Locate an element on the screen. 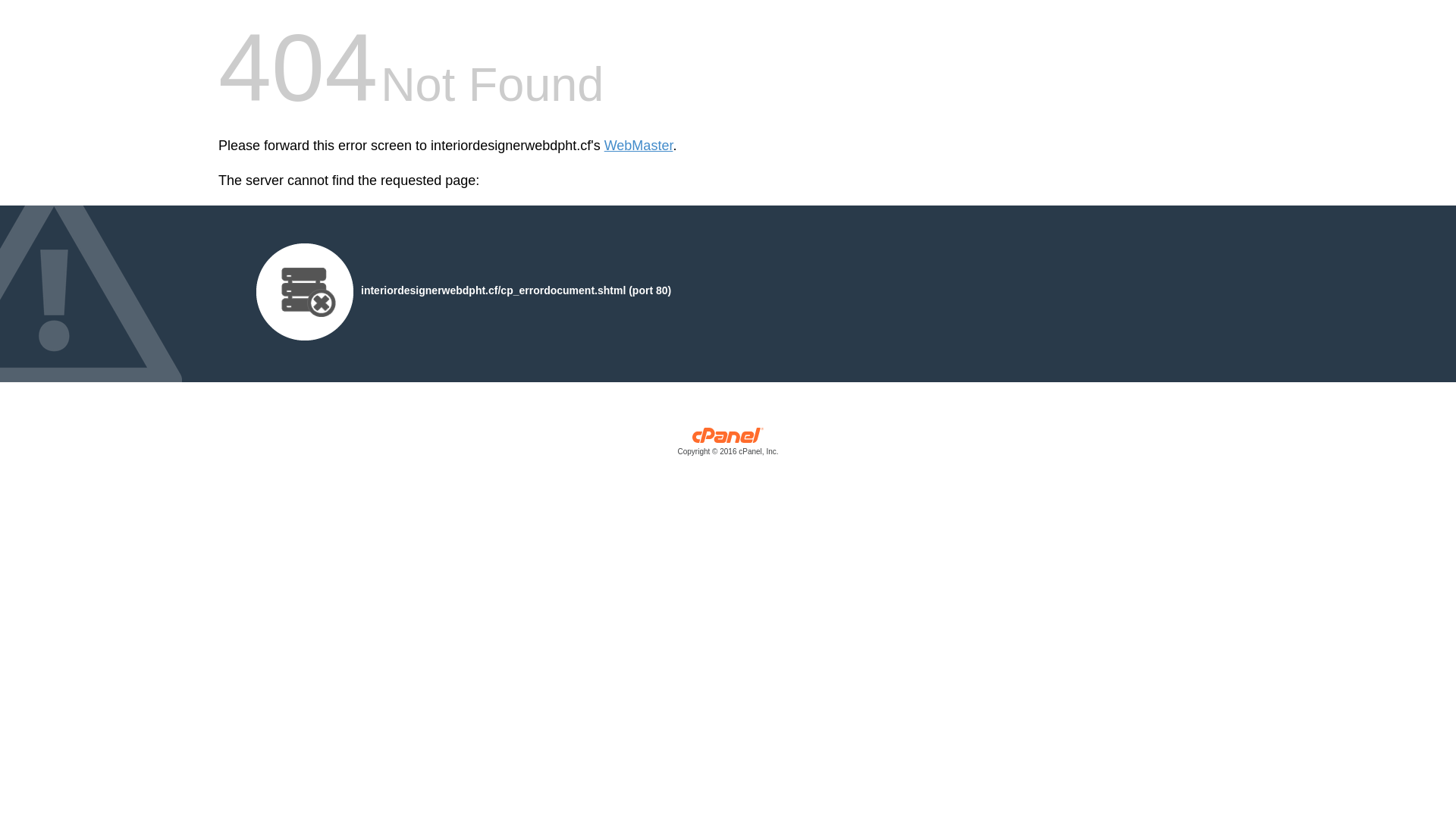 This screenshot has height=819, width=1456. 'WebMaster' is located at coordinates (639, 146).